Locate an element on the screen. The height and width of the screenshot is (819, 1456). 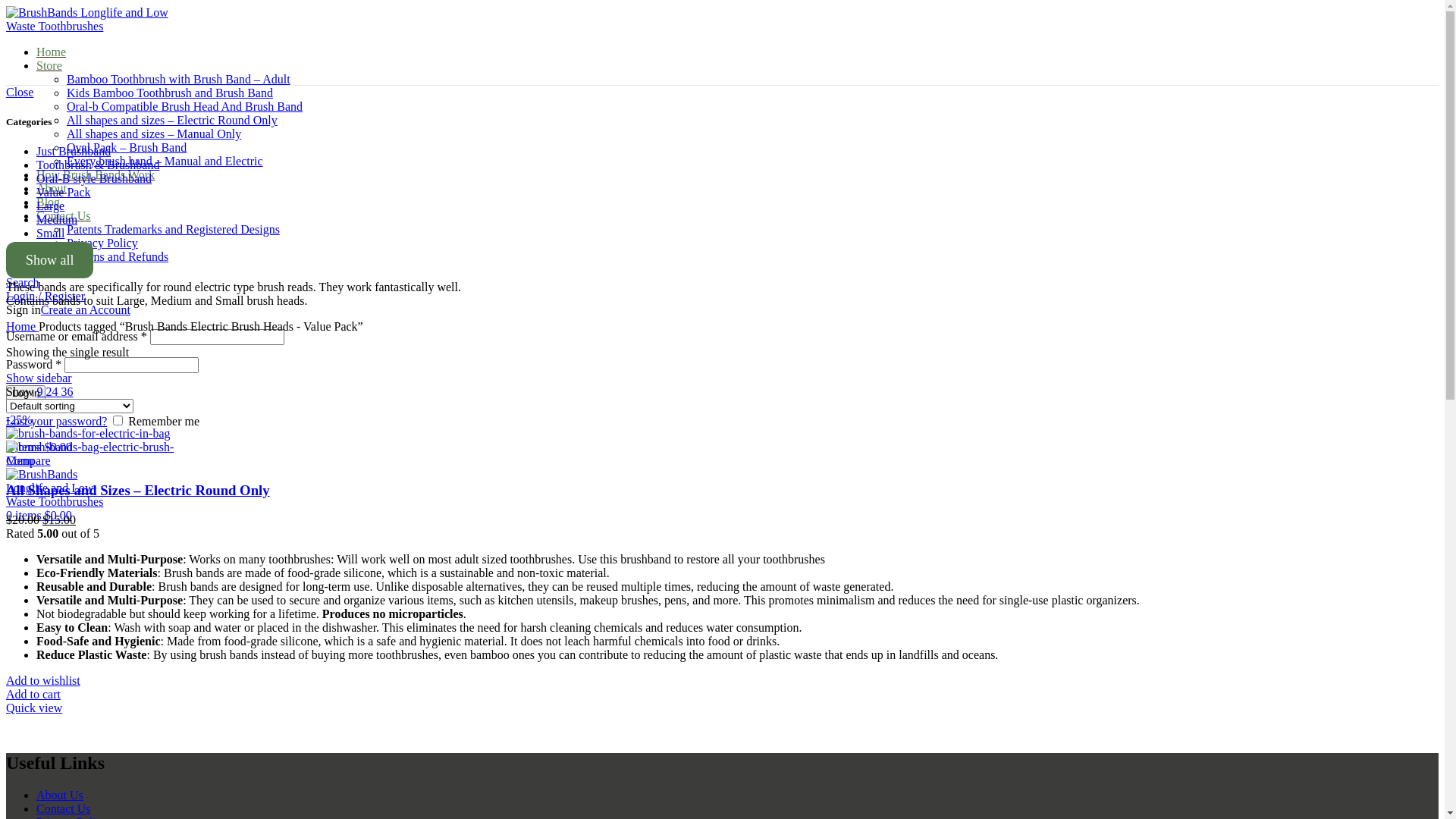
'Create an Account' is located at coordinates (85, 309).